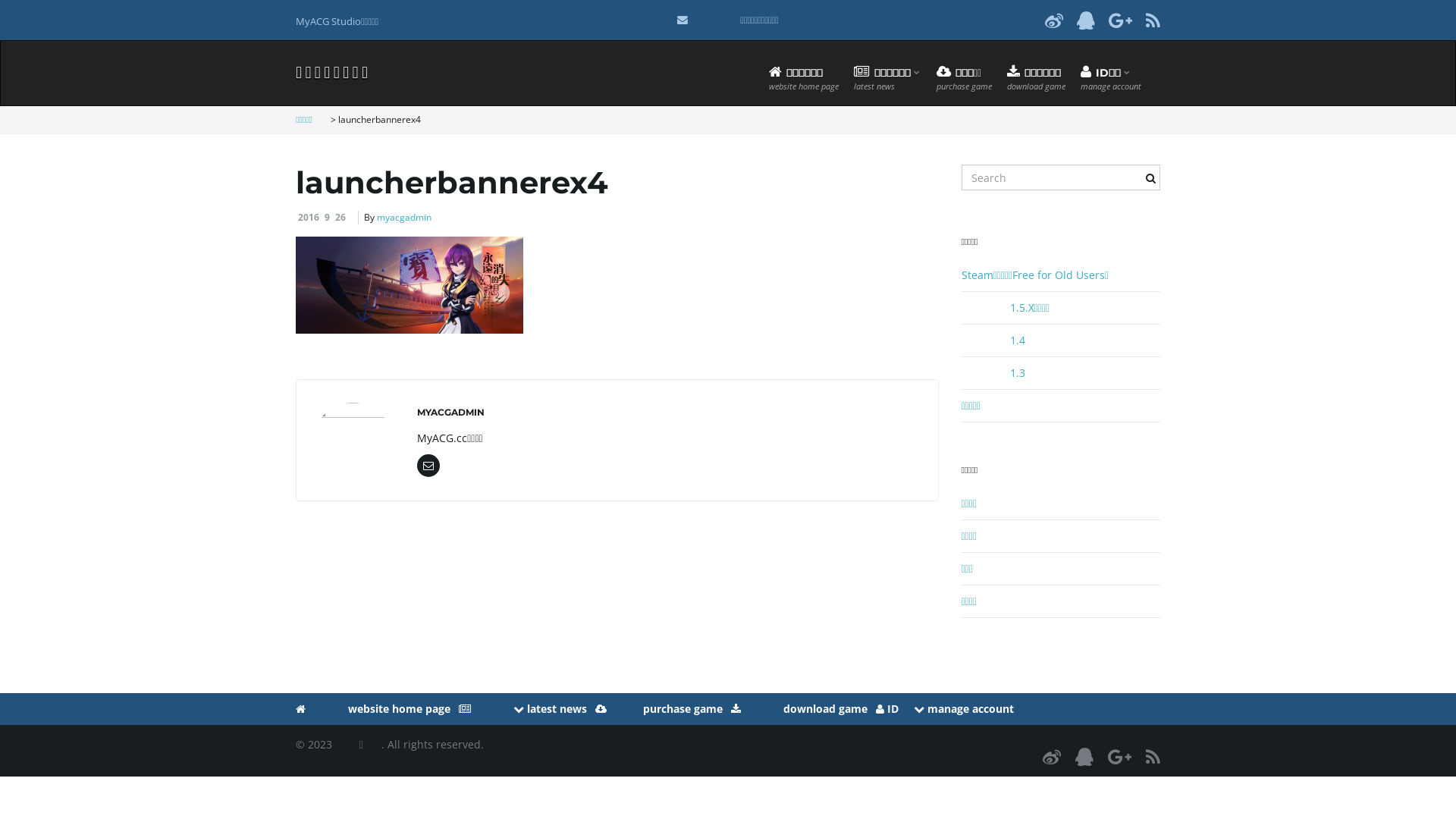 This screenshot has width=1456, height=819. Describe the element at coordinates (1084, 756) in the screenshot. I see `'QQ Group'` at that location.